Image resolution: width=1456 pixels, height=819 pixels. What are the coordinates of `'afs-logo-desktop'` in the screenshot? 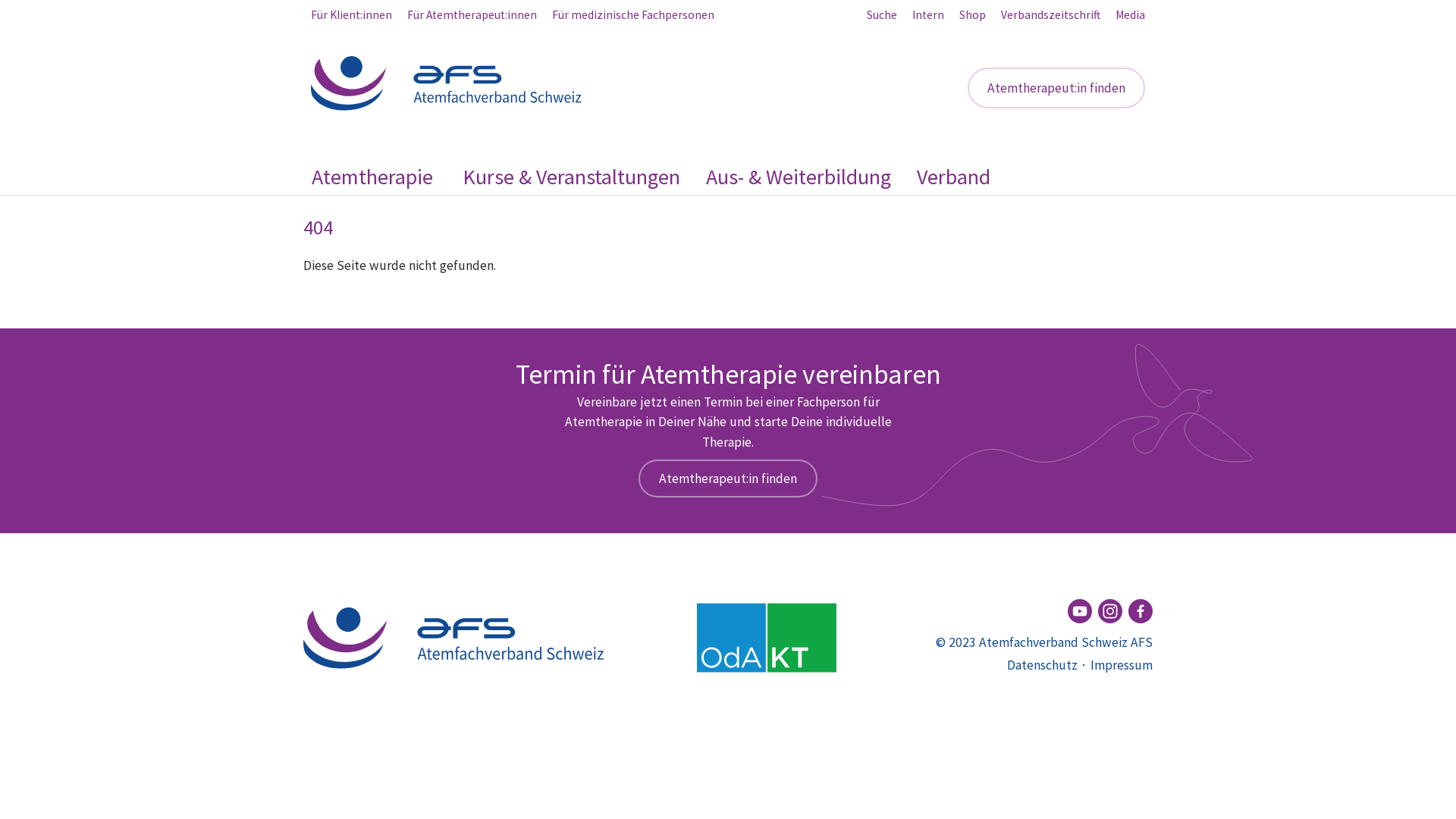 It's located at (454, 637).